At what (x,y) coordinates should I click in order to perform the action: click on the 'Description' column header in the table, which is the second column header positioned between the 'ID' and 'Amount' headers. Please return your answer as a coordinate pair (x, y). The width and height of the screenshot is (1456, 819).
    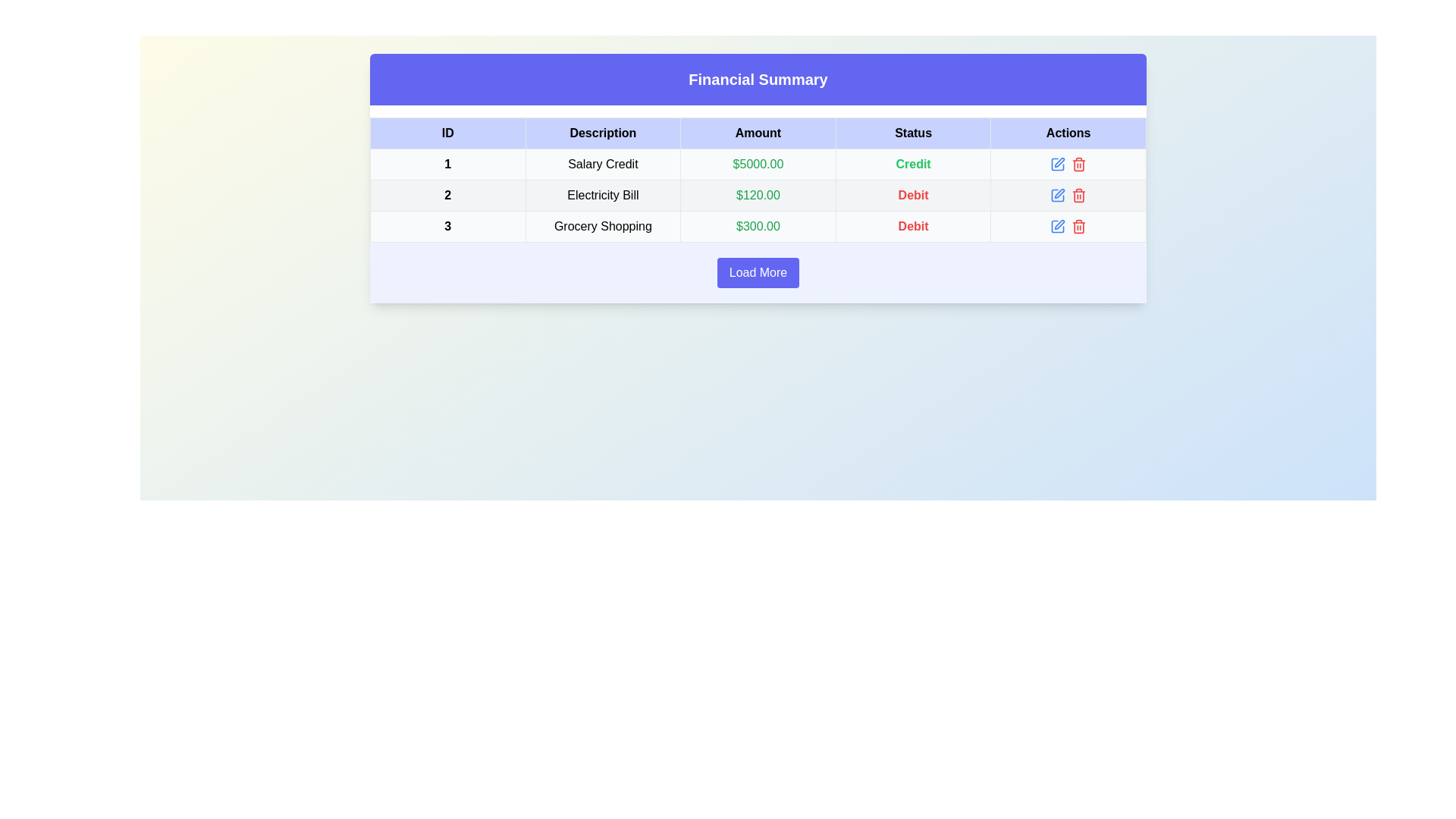
    Looking at the image, I should click on (602, 133).